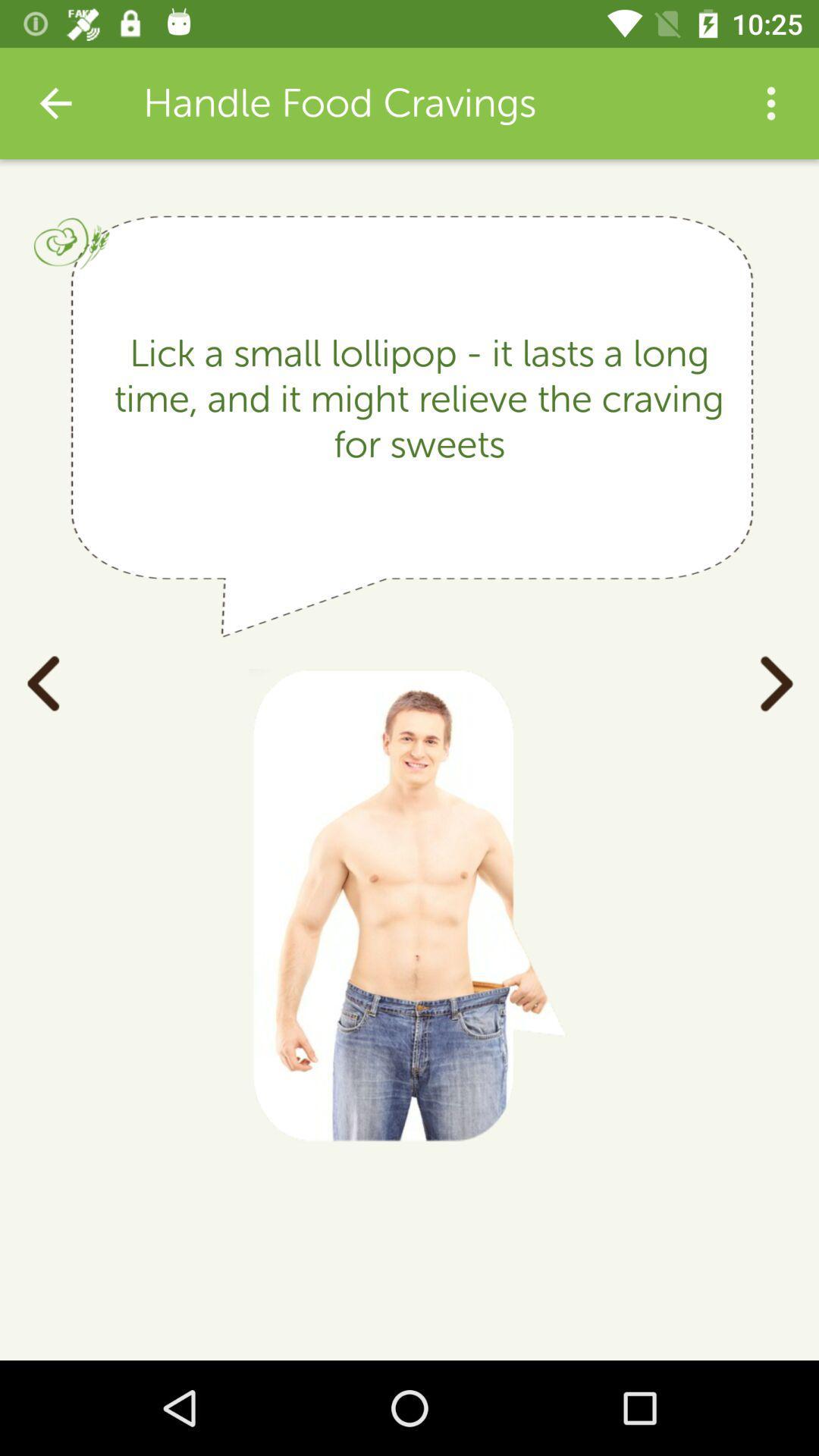 The width and height of the screenshot is (819, 1456). What do you see at coordinates (776, 681) in the screenshot?
I see `the icon on the right` at bounding box center [776, 681].